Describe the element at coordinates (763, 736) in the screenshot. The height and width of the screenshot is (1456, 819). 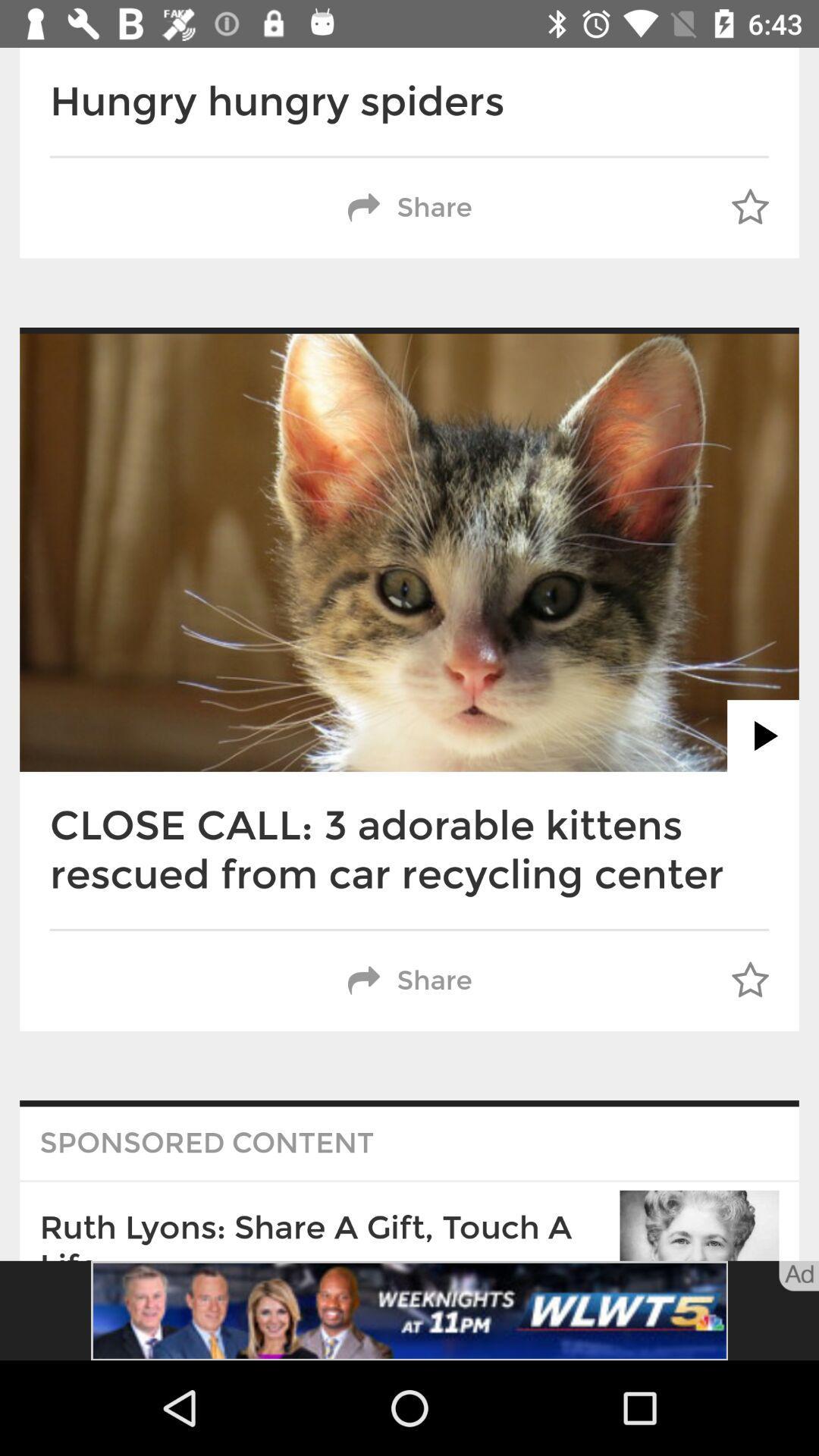
I see `go forward` at that location.